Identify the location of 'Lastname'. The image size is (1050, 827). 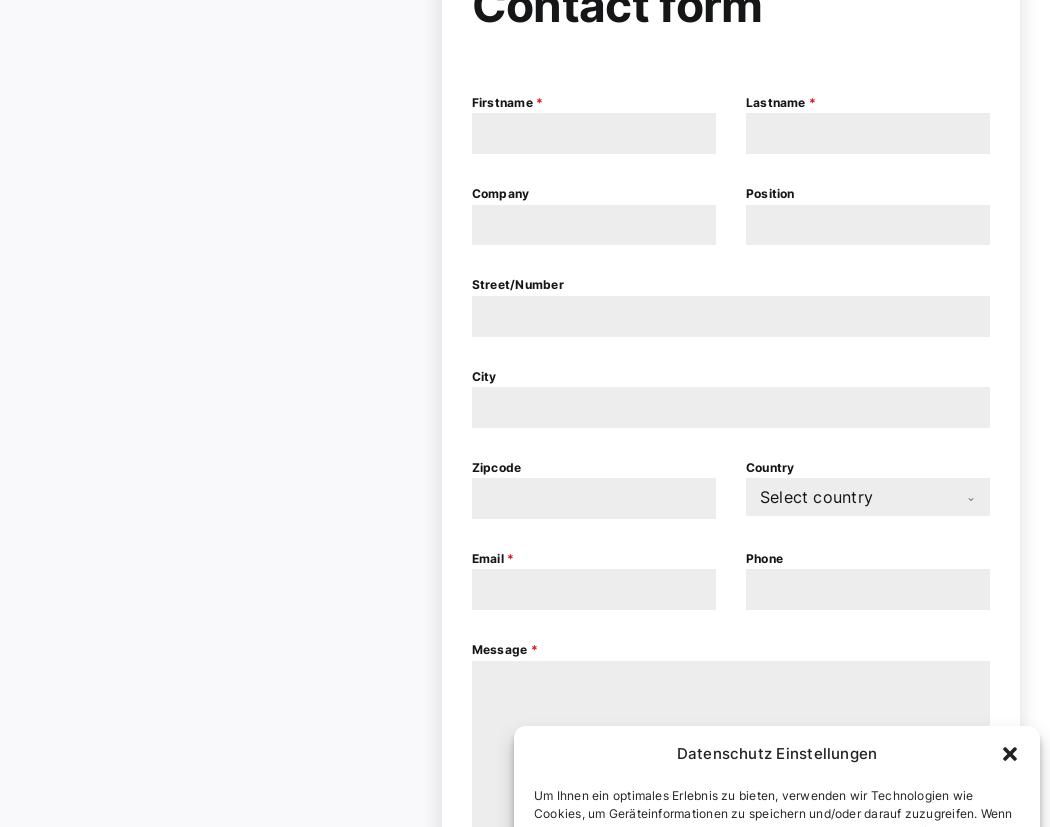
(776, 101).